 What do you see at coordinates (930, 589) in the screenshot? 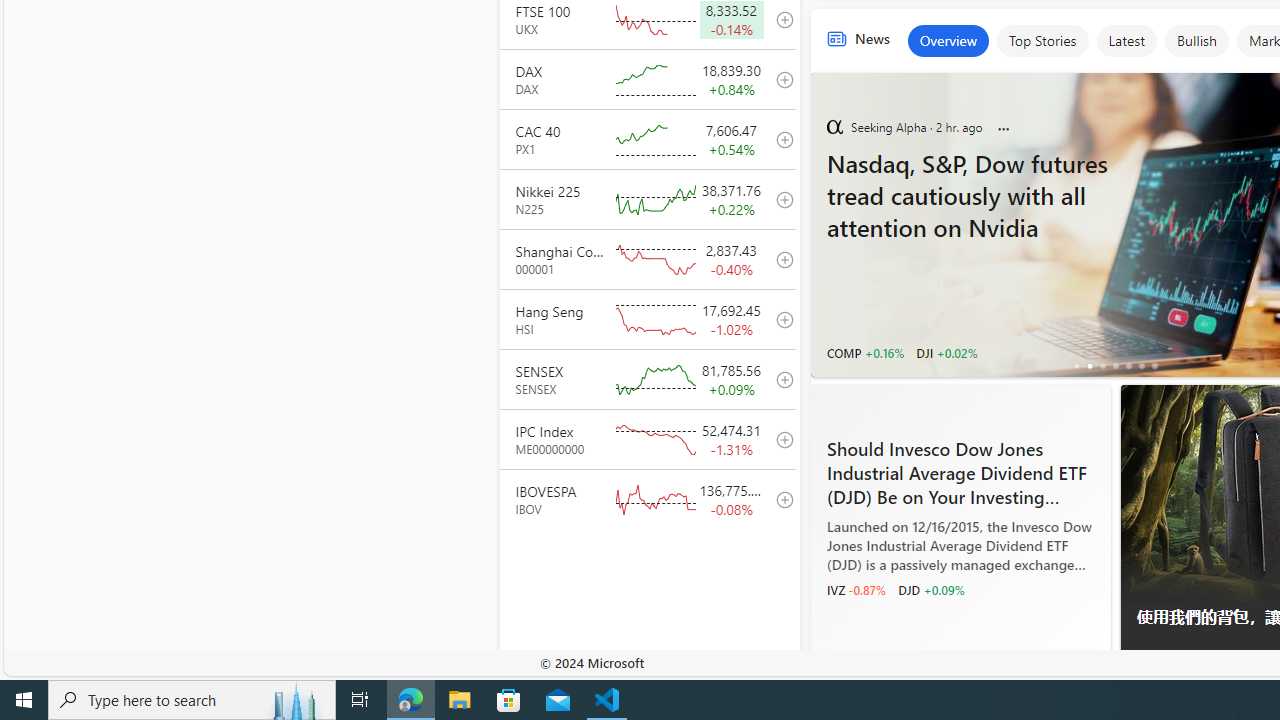
I see `'DJD +0.09%'` at bounding box center [930, 589].